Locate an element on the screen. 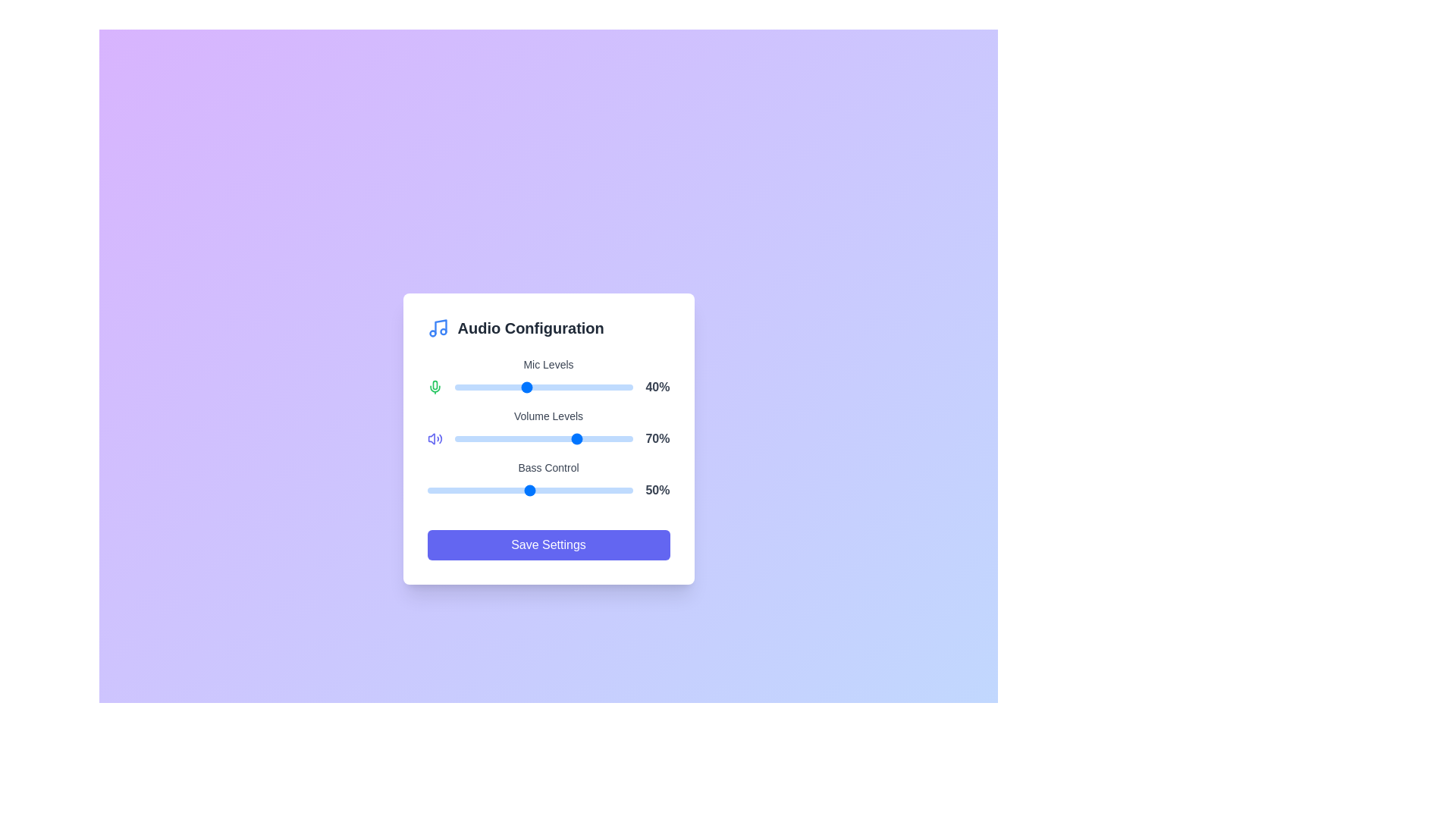  the Bass Control slider to 60% by dragging the slider is located at coordinates (550, 491).